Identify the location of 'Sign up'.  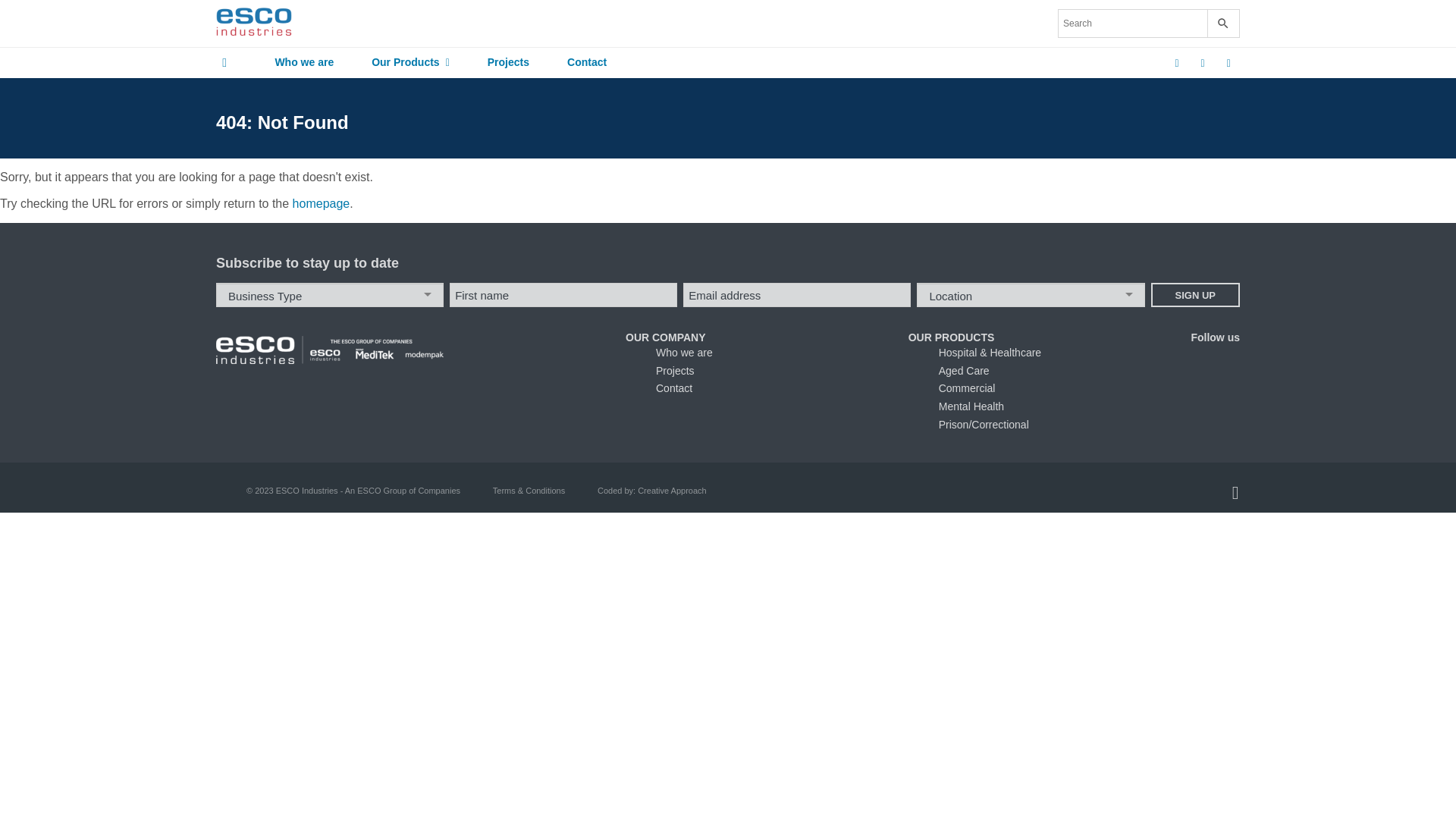
(1150, 295).